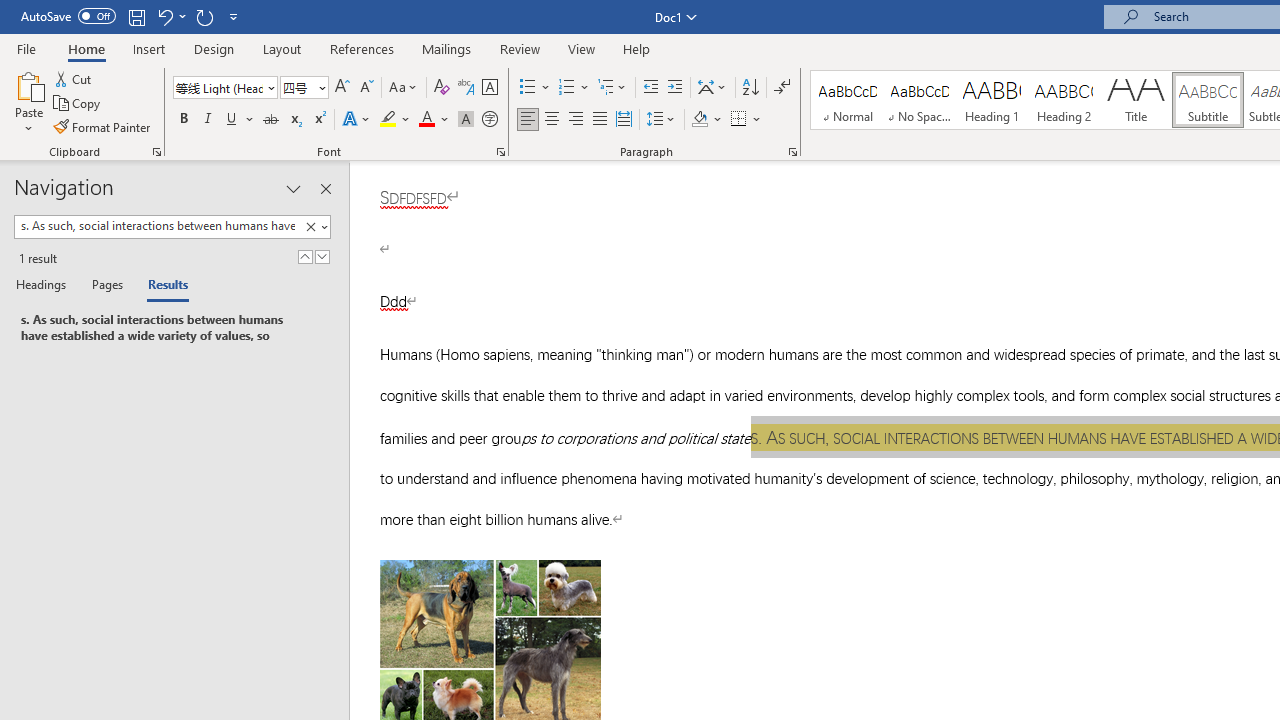 This screenshot has height=720, width=1280. Describe the element at coordinates (791, 150) in the screenshot. I see `'Paragraph...'` at that location.